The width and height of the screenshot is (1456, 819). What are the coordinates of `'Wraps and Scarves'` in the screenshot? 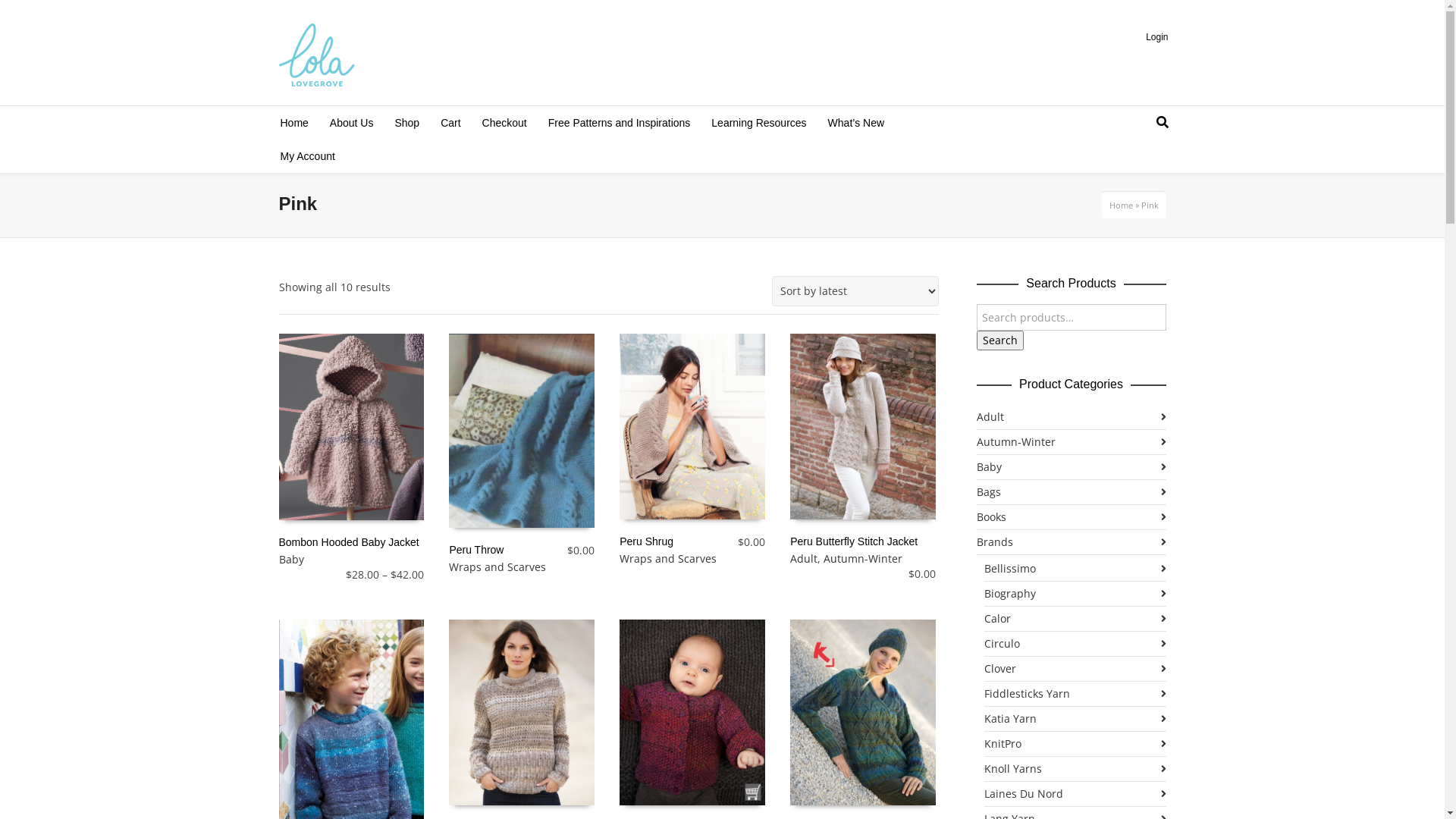 It's located at (619, 558).